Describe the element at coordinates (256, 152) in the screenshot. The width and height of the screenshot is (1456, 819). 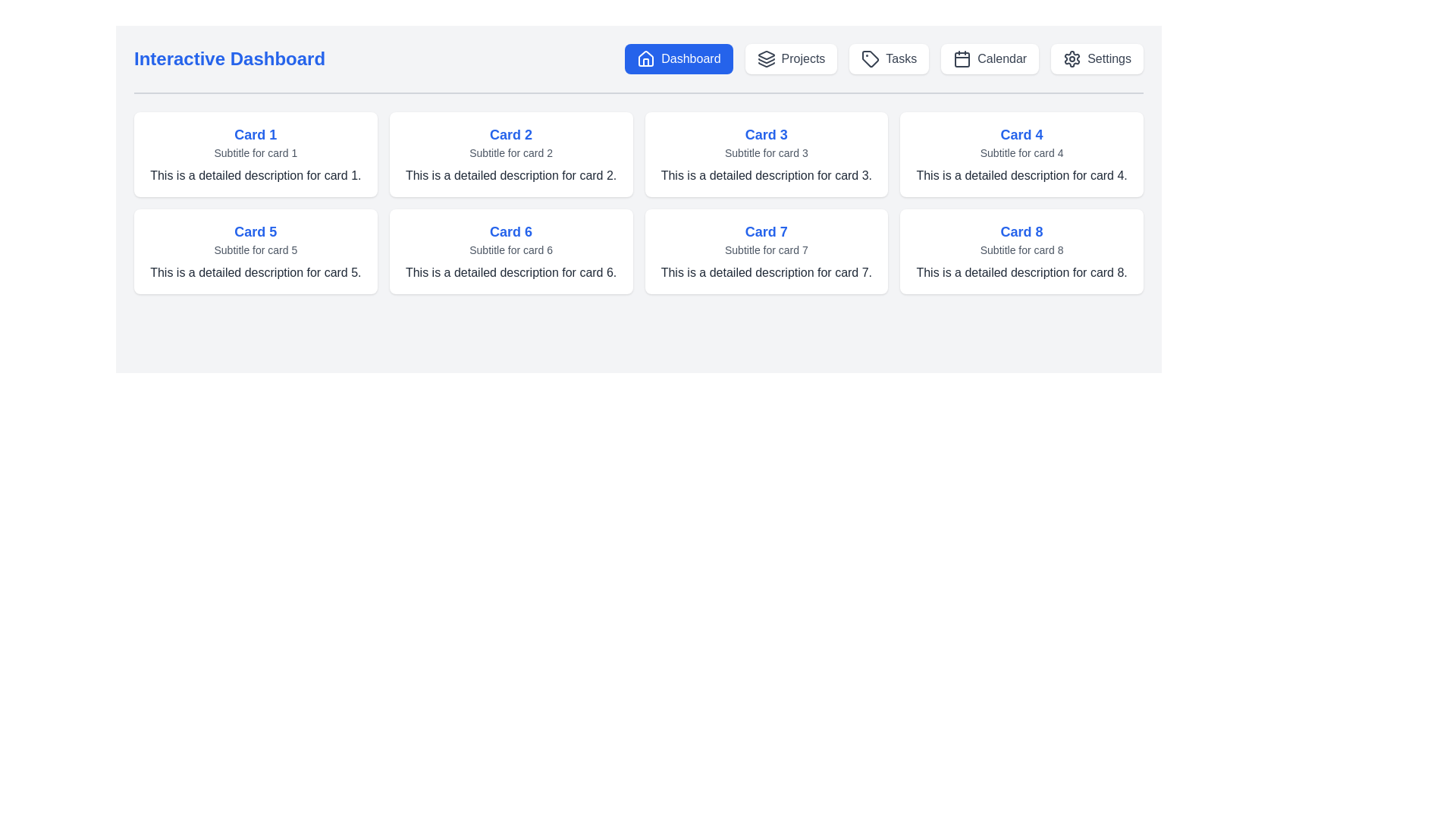
I see `the informative subtitle text of the first card in the grid layout, located below 'Card 1' and above the detailed description` at that location.